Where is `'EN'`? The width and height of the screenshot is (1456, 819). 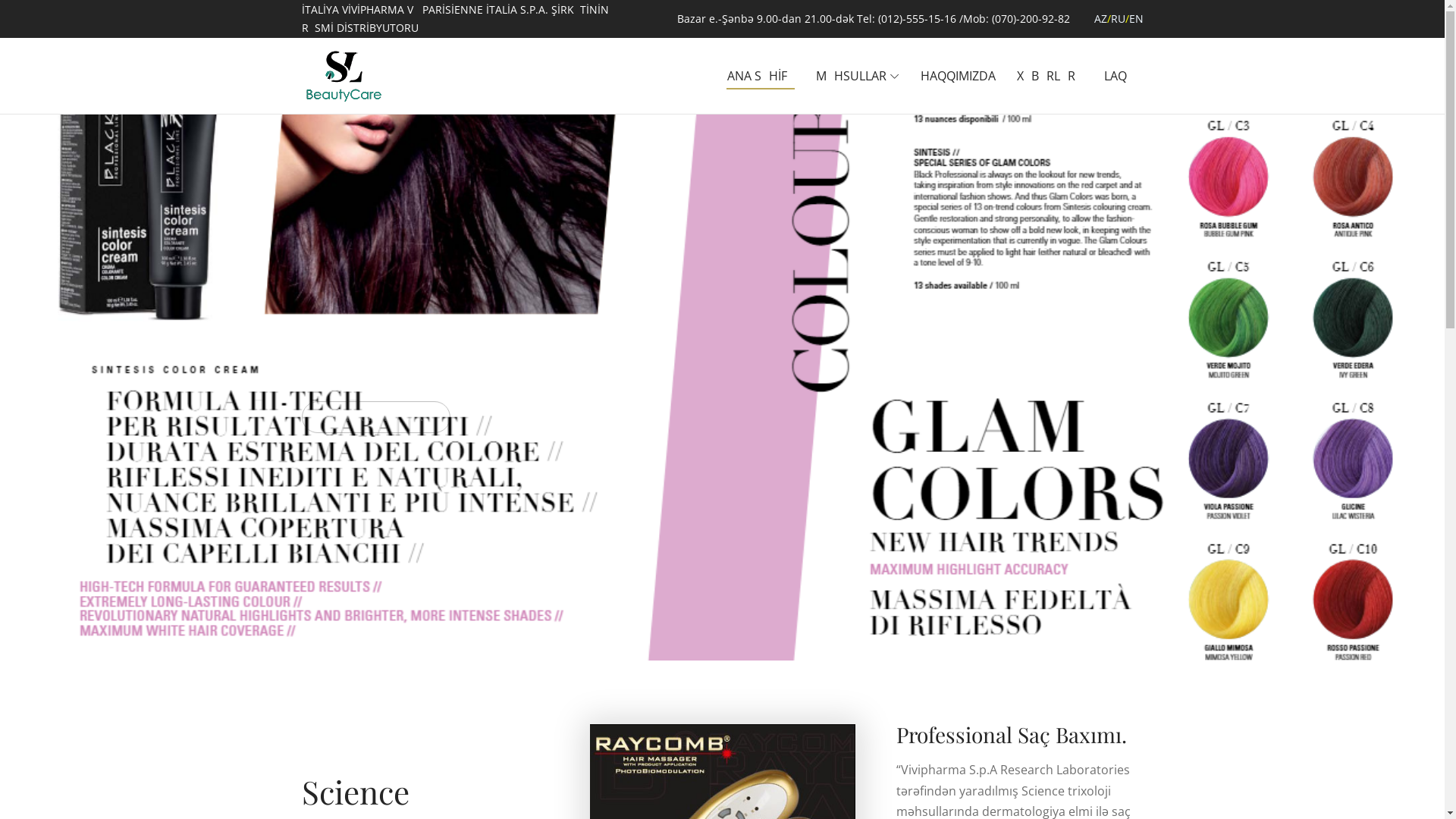 'EN' is located at coordinates (1128, 18).